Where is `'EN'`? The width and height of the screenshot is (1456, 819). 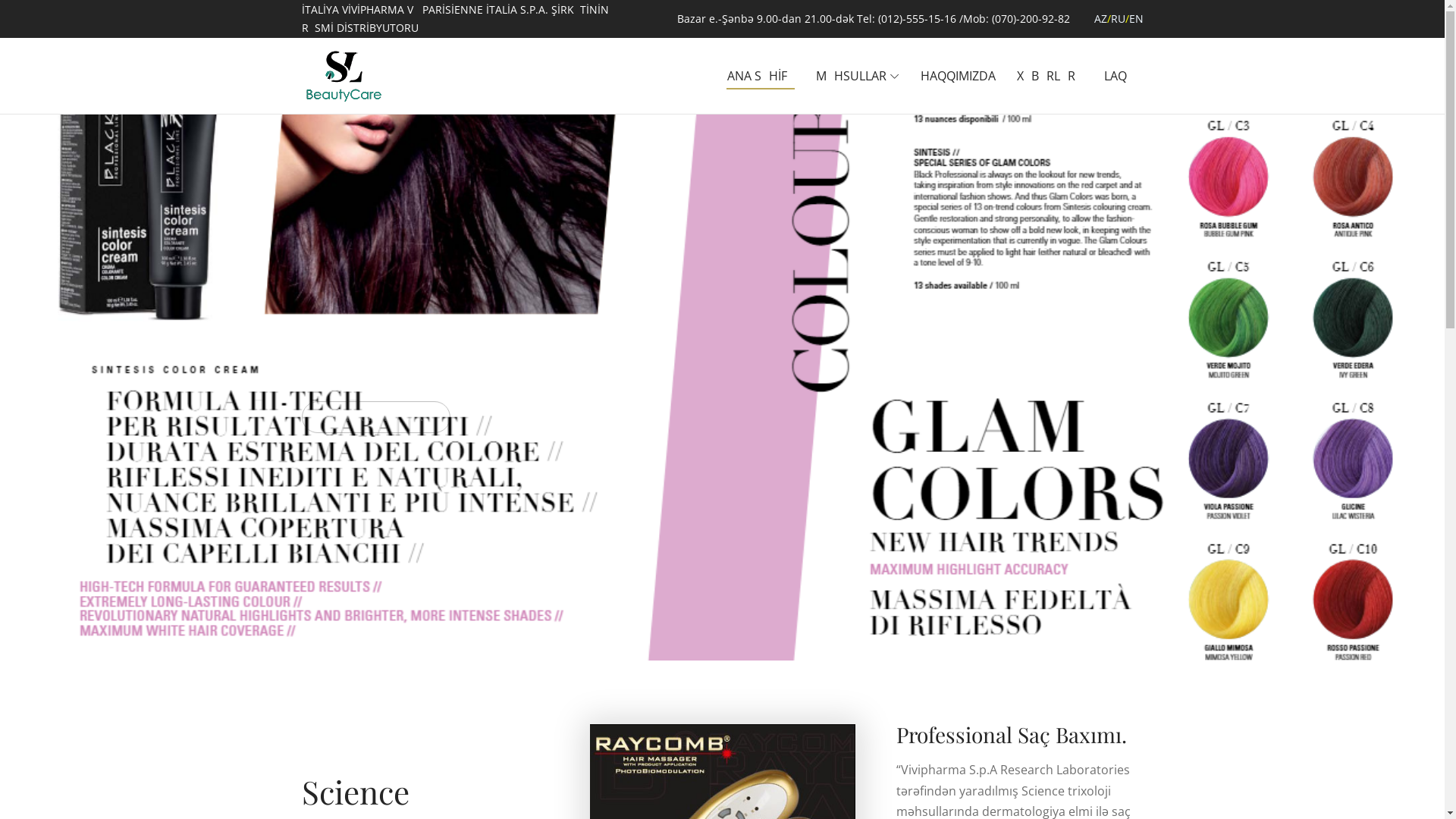 'EN' is located at coordinates (1128, 18).